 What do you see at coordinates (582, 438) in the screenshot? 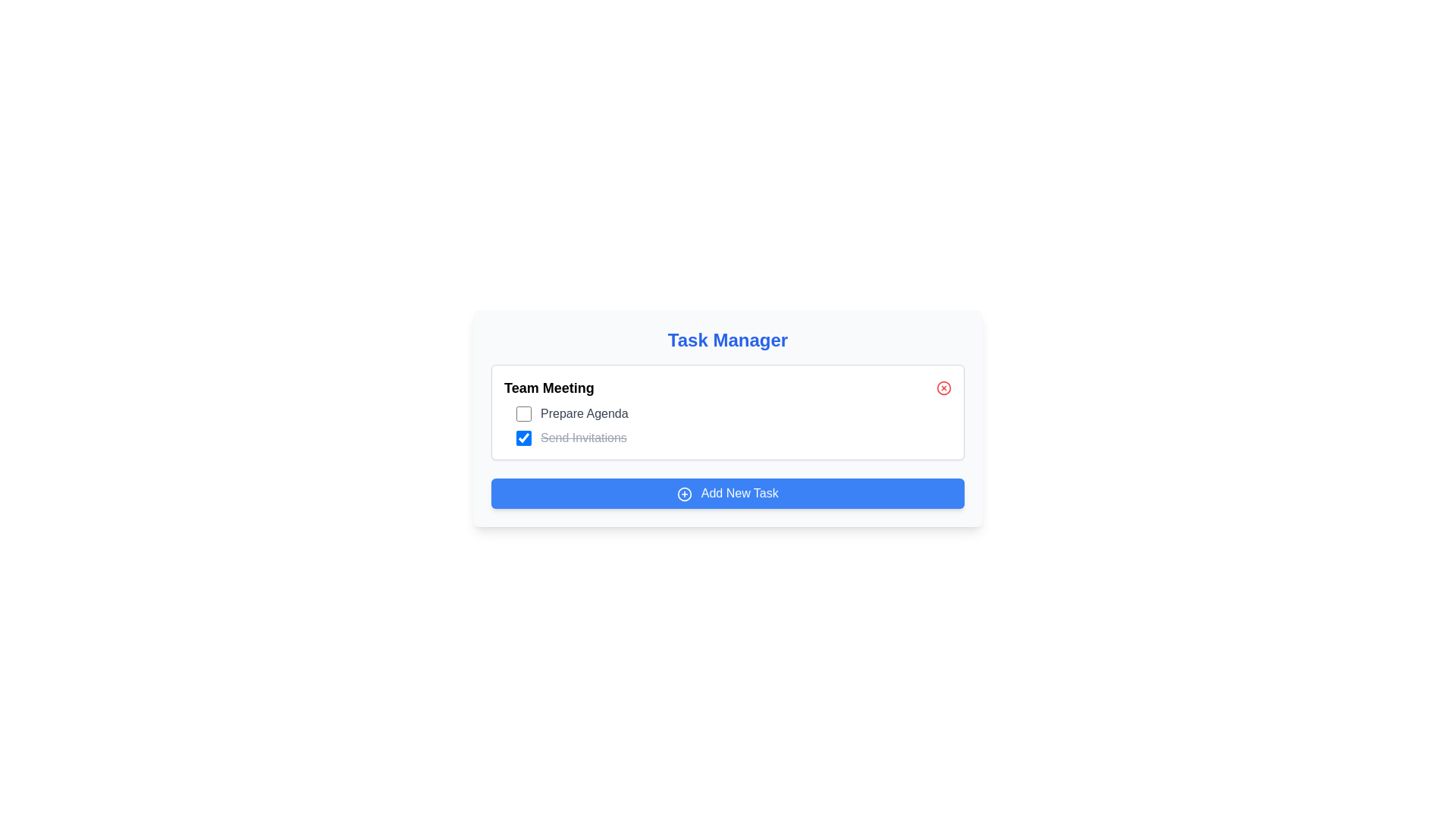
I see `the Text label indicating the completed status of the task 'Send Invitations', which is the second task in the list under the title 'Team Meeting'` at bounding box center [582, 438].